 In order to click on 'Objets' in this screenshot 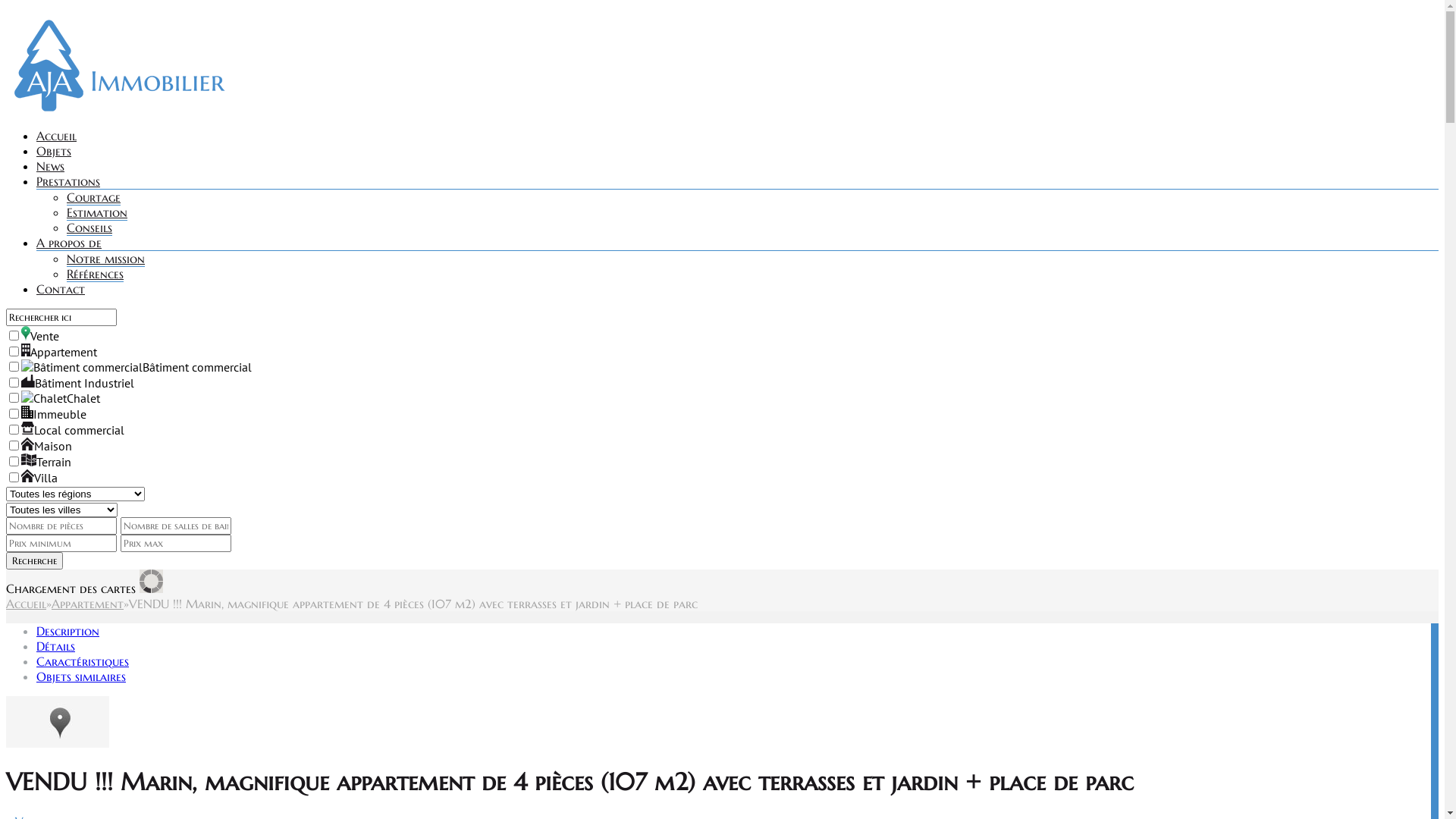, I will do `click(54, 151)`.